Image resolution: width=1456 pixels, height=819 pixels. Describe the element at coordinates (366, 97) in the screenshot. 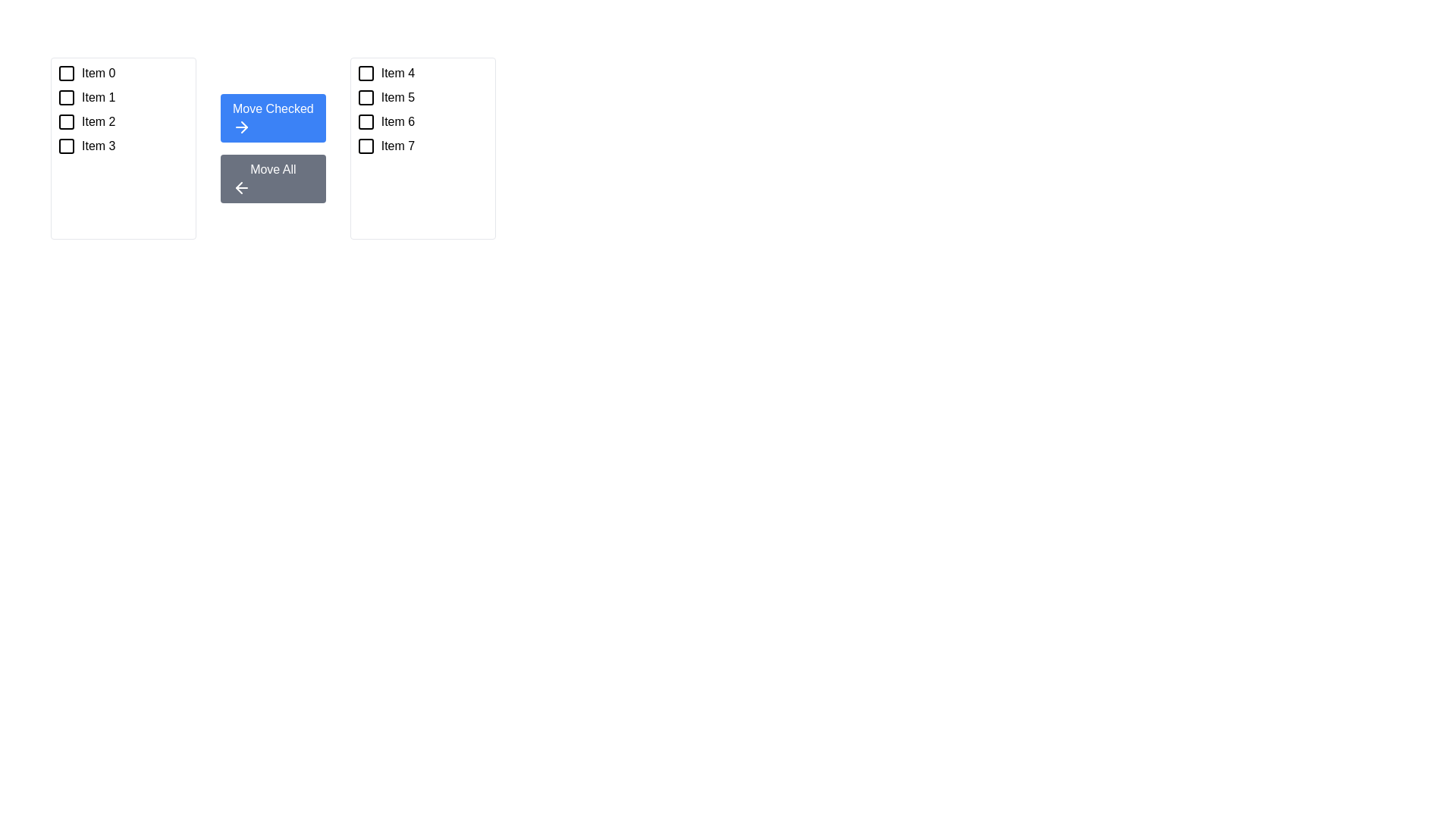

I see `the checkbox for 'Item 5'` at that location.